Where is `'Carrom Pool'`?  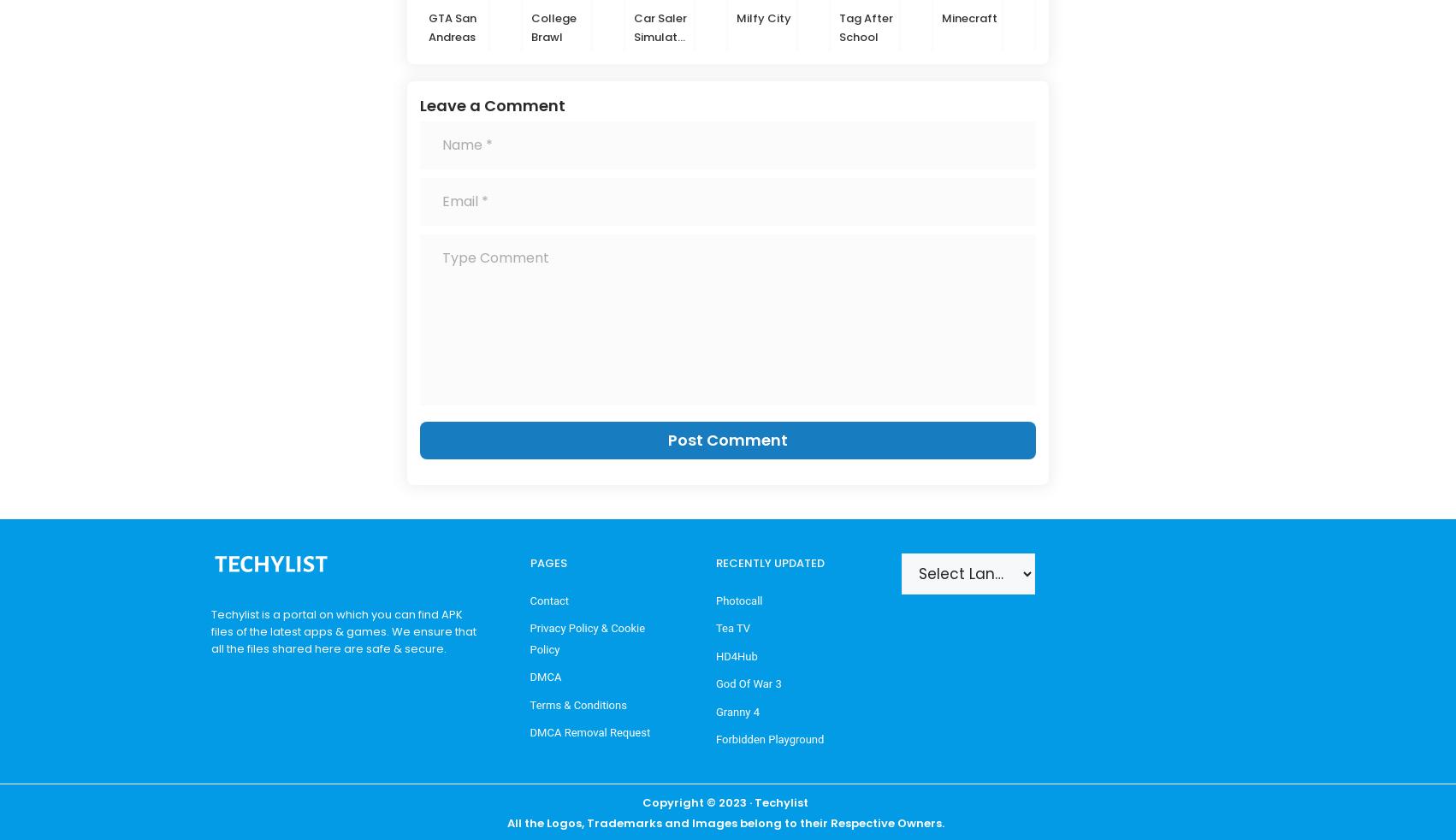 'Carrom Pool' is located at coordinates (1067, 26).